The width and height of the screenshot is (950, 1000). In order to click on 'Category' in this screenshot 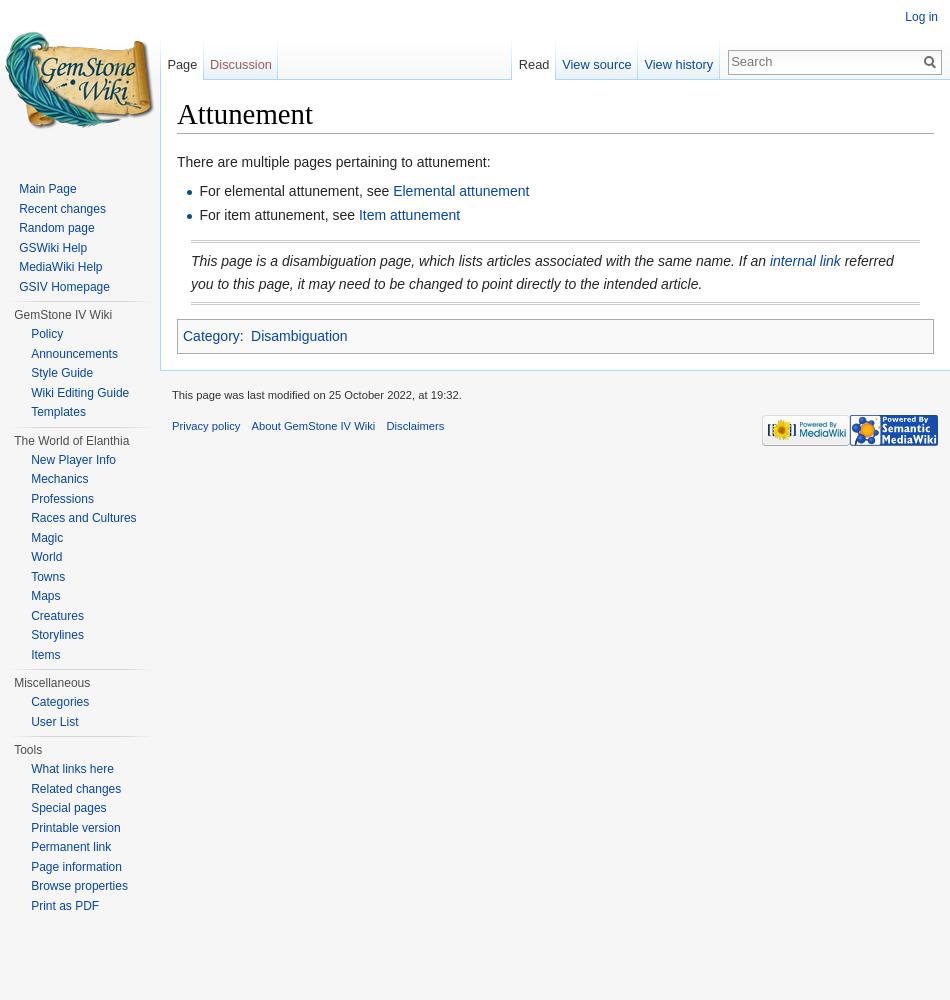, I will do `click(210, 335)`.